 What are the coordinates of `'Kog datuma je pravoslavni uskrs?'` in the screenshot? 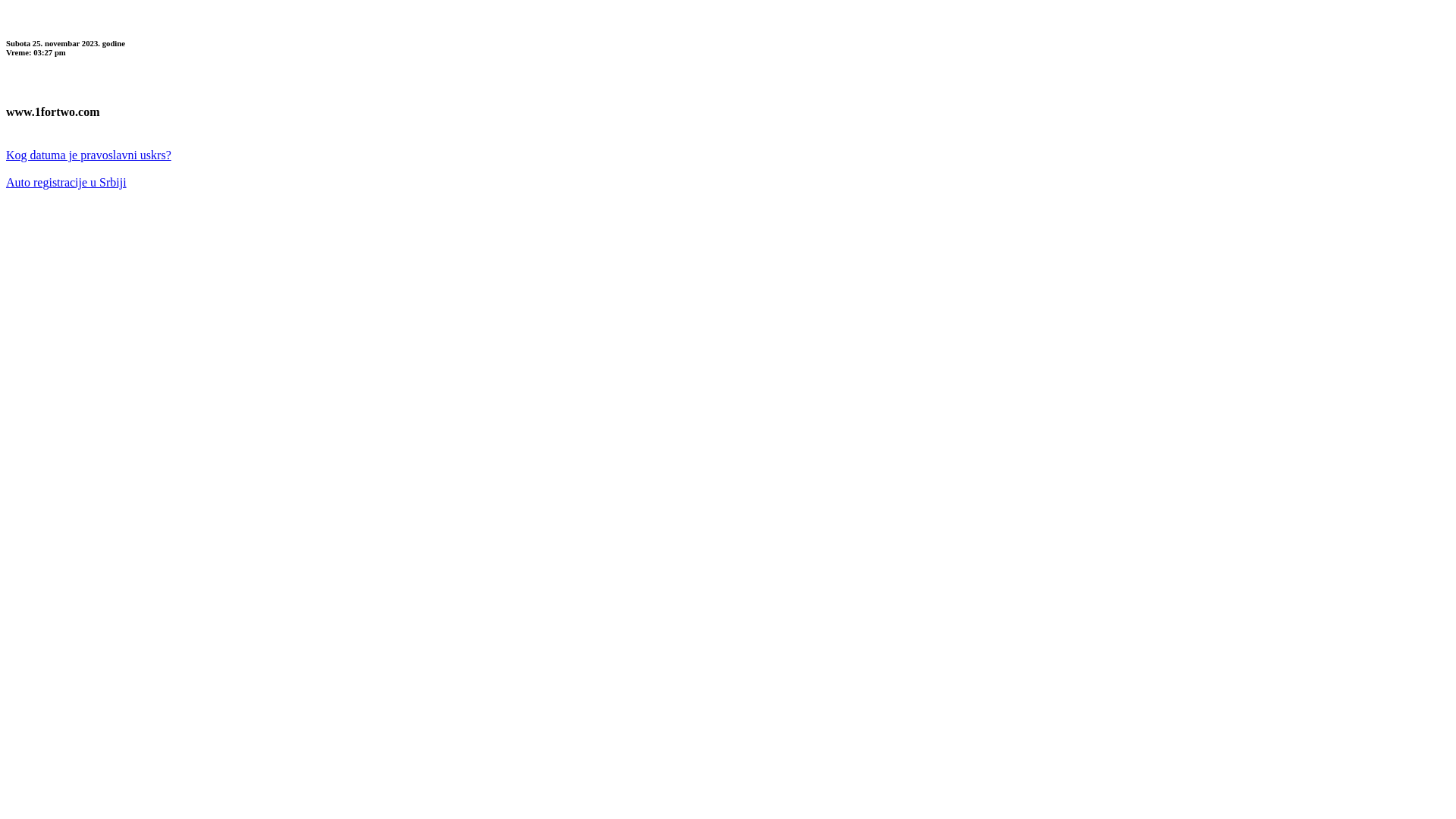 It's located at (6, 155).